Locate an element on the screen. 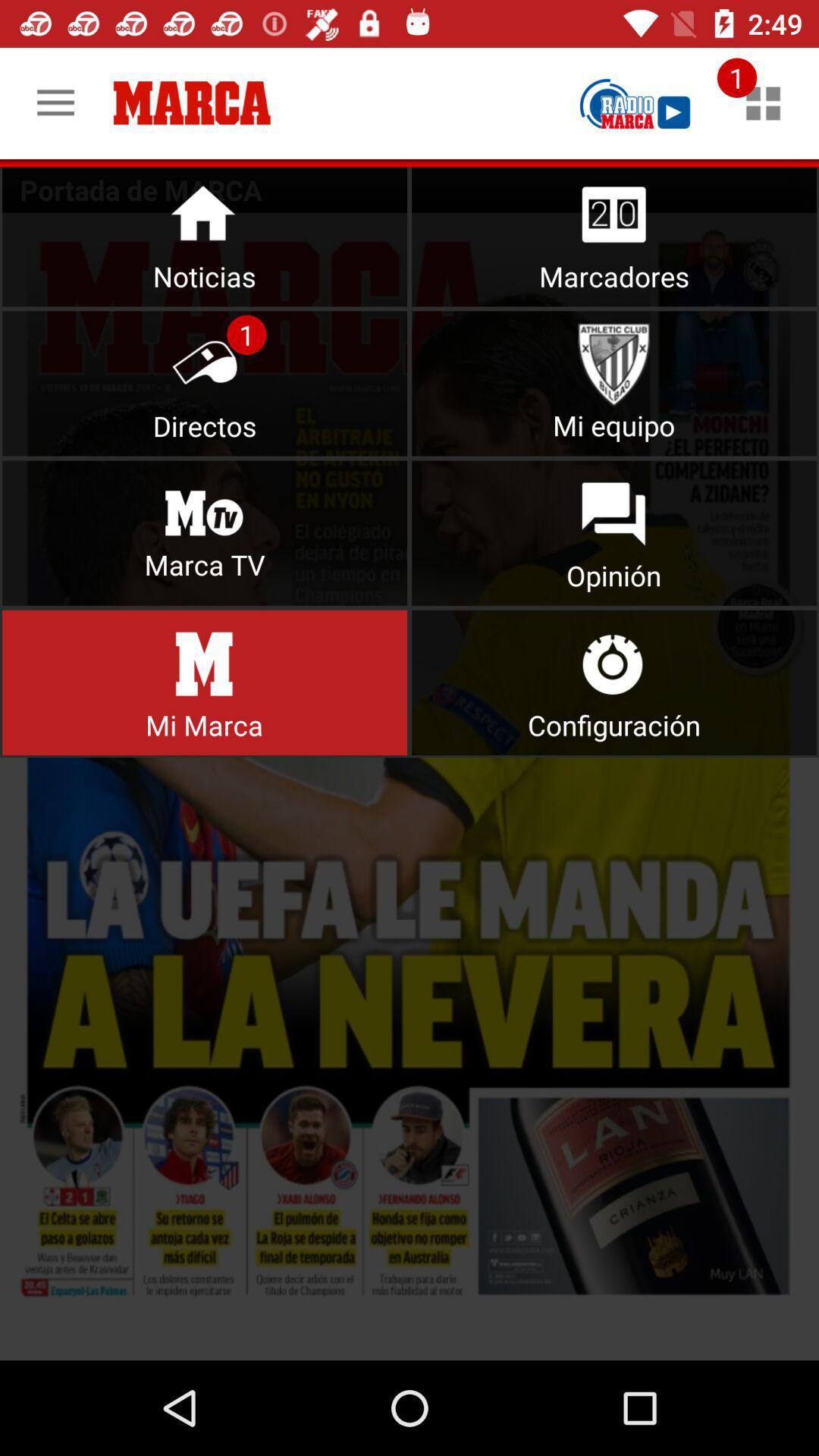 This screenshot has height=1456, width=819. marcadores icon is located at coordinates (614, 233).